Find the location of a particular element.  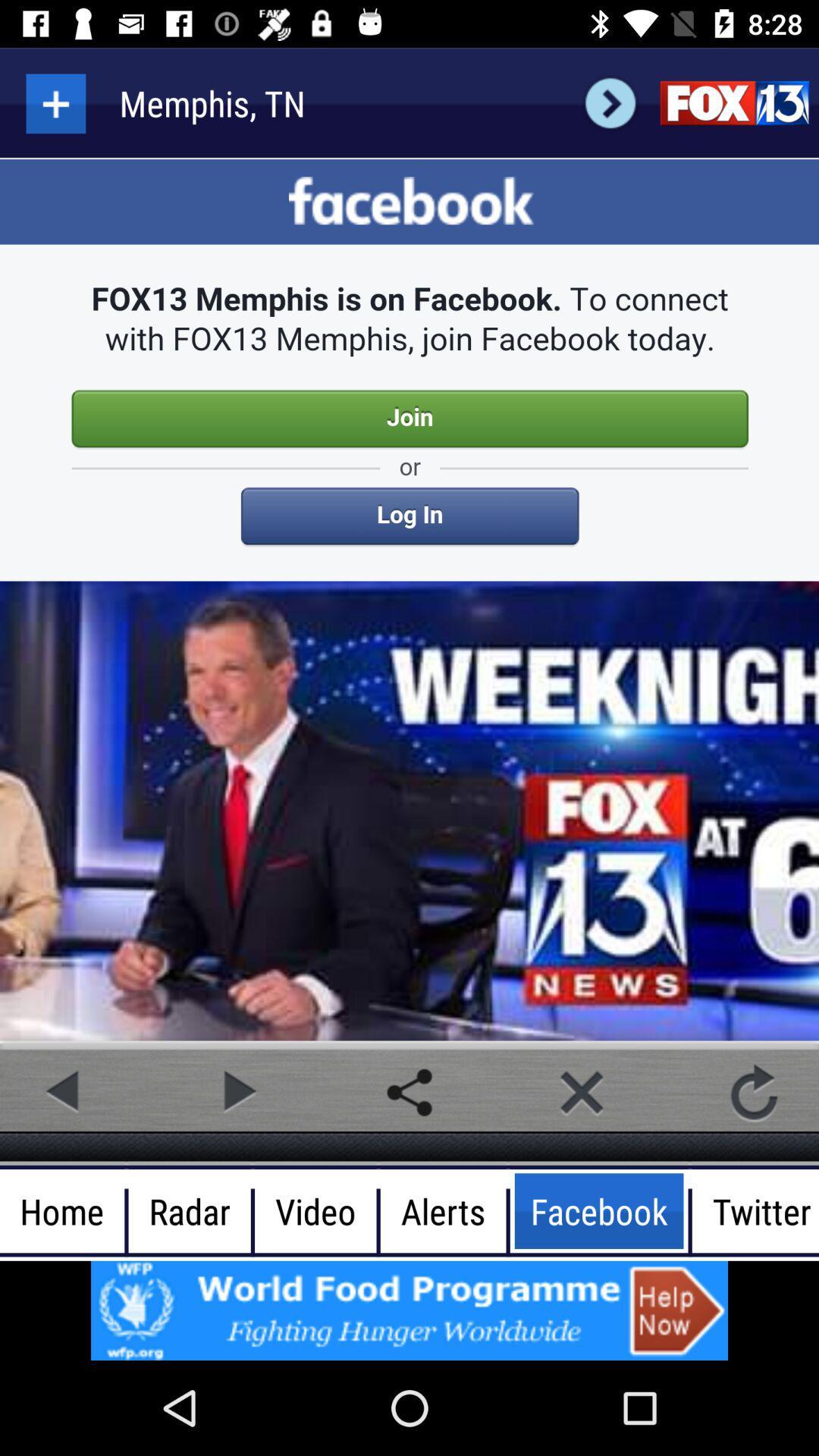

description is located at coordinates (409, 601).